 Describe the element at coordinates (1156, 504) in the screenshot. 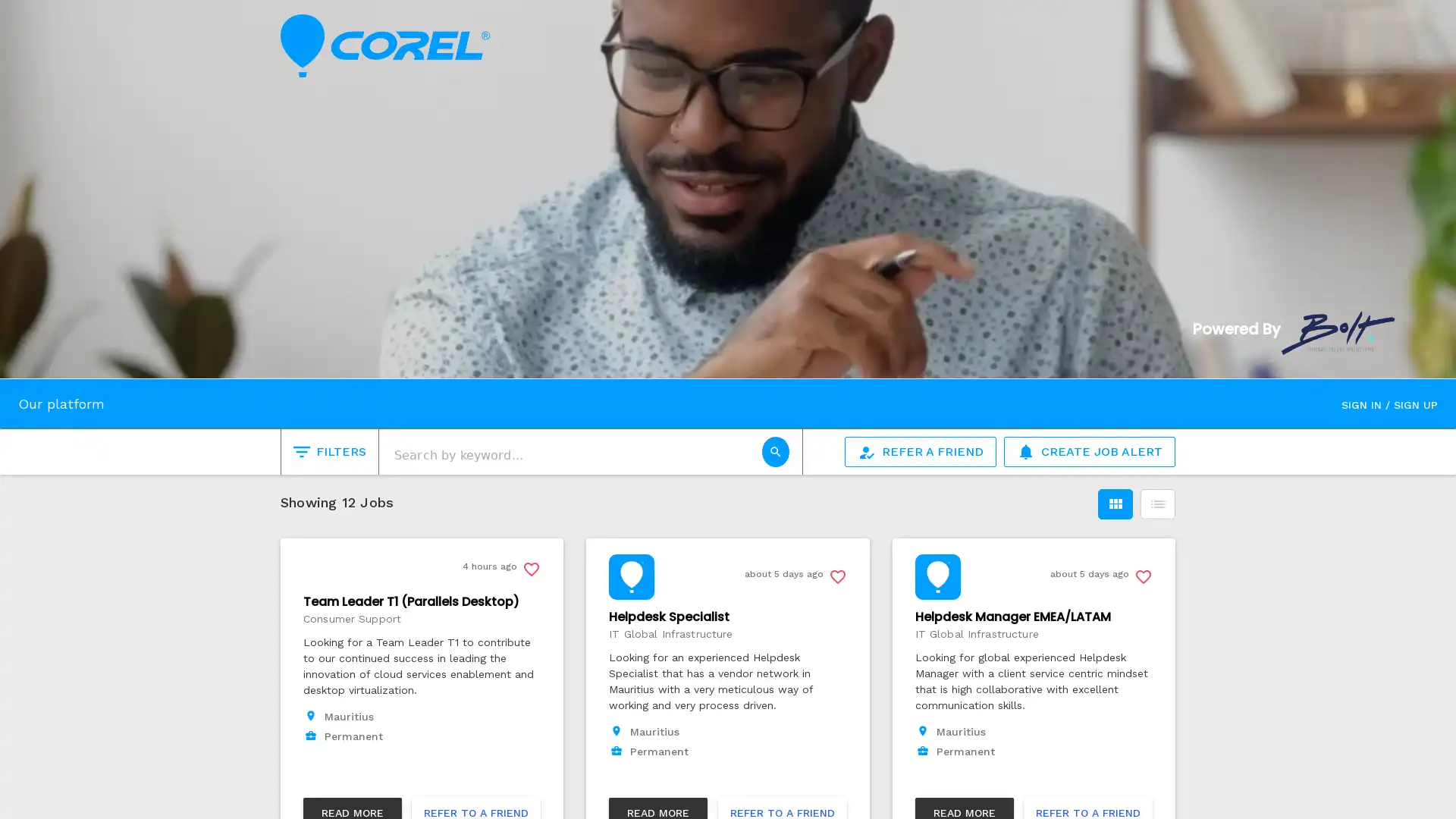

I see `List view` at that location.